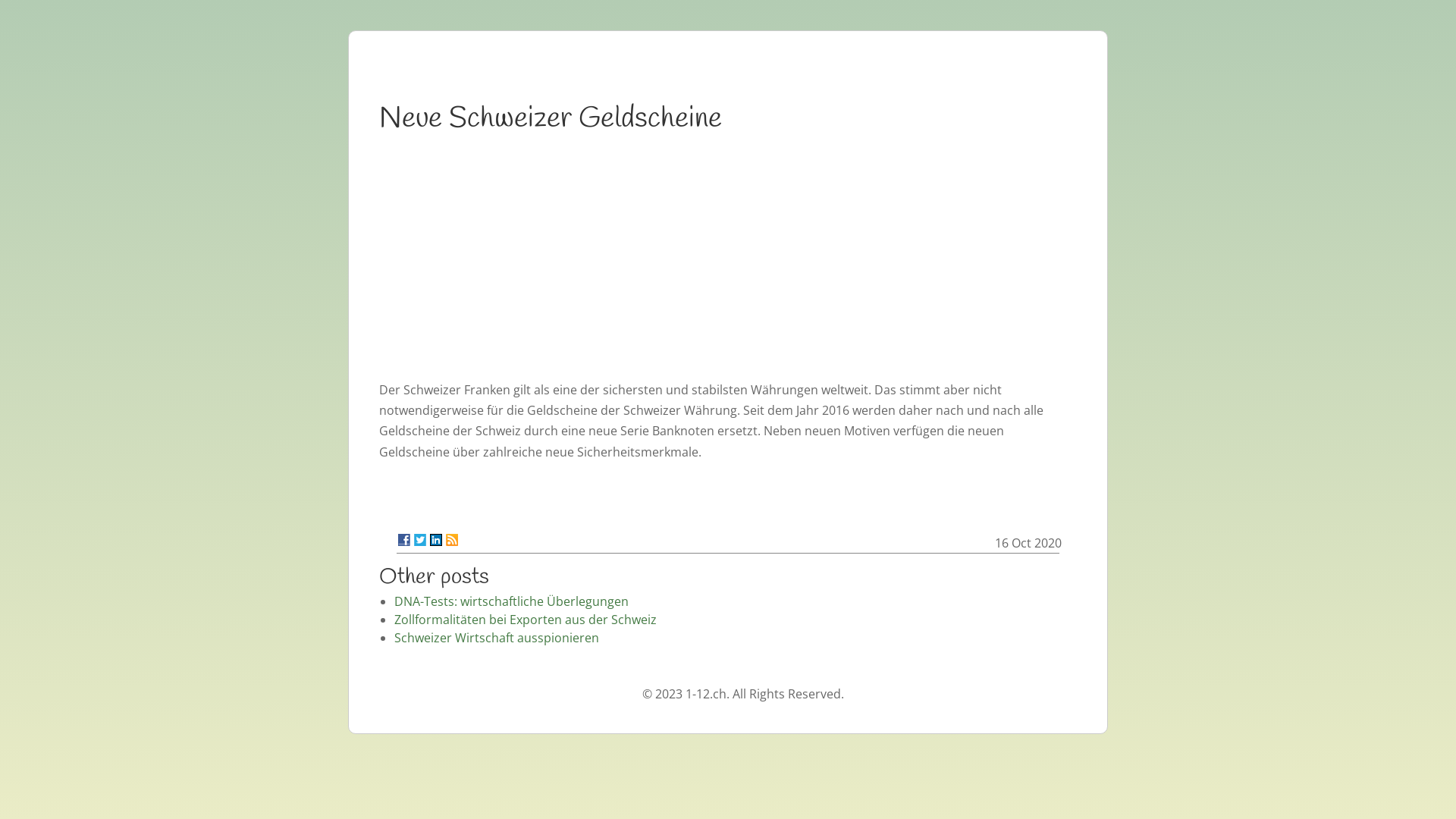  What do you see at coordinates (419, 539) in the screenshot?
I see `'Twitter'` at bounding box center [419, 539].